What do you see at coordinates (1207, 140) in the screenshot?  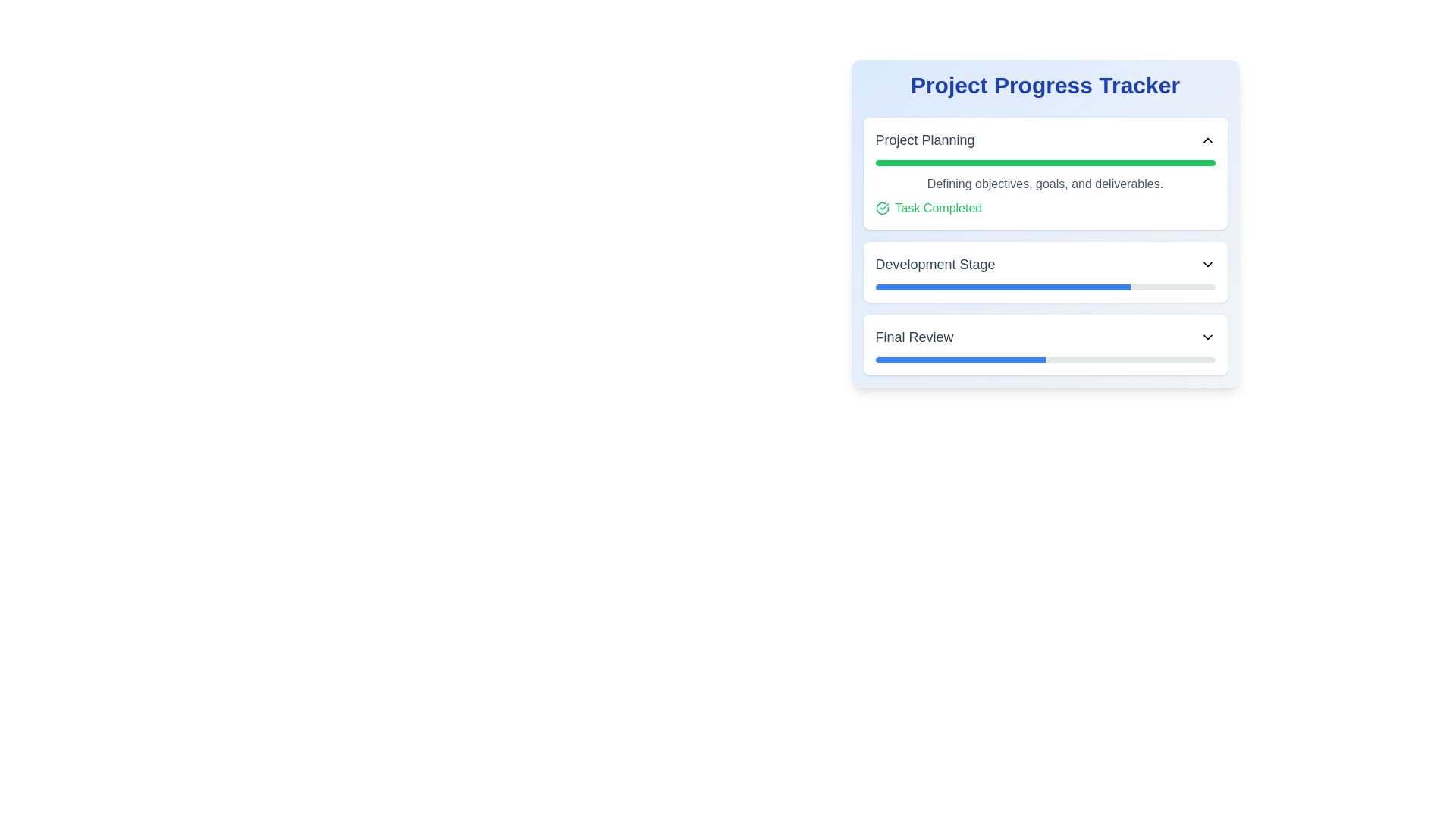 I see `the up-chevron icon button located at the far-right side of the 'Project Planning' section` at bounding box center [1207, 140].